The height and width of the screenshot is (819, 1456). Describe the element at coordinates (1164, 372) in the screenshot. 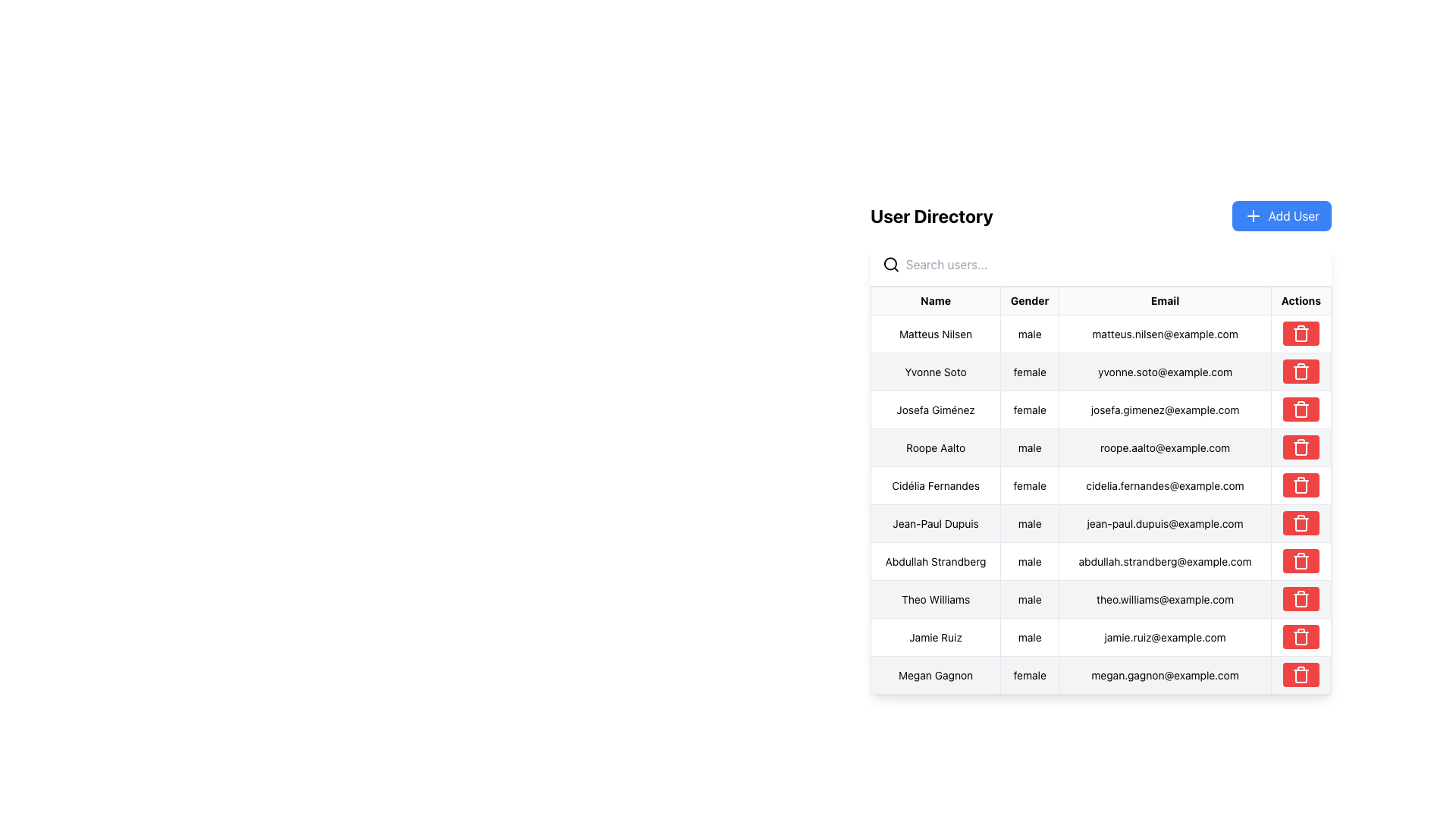

I see `the text display element showing the email address 'yvonne.soto@example.com' in the third column of the table labeled 'Email'` at that location.